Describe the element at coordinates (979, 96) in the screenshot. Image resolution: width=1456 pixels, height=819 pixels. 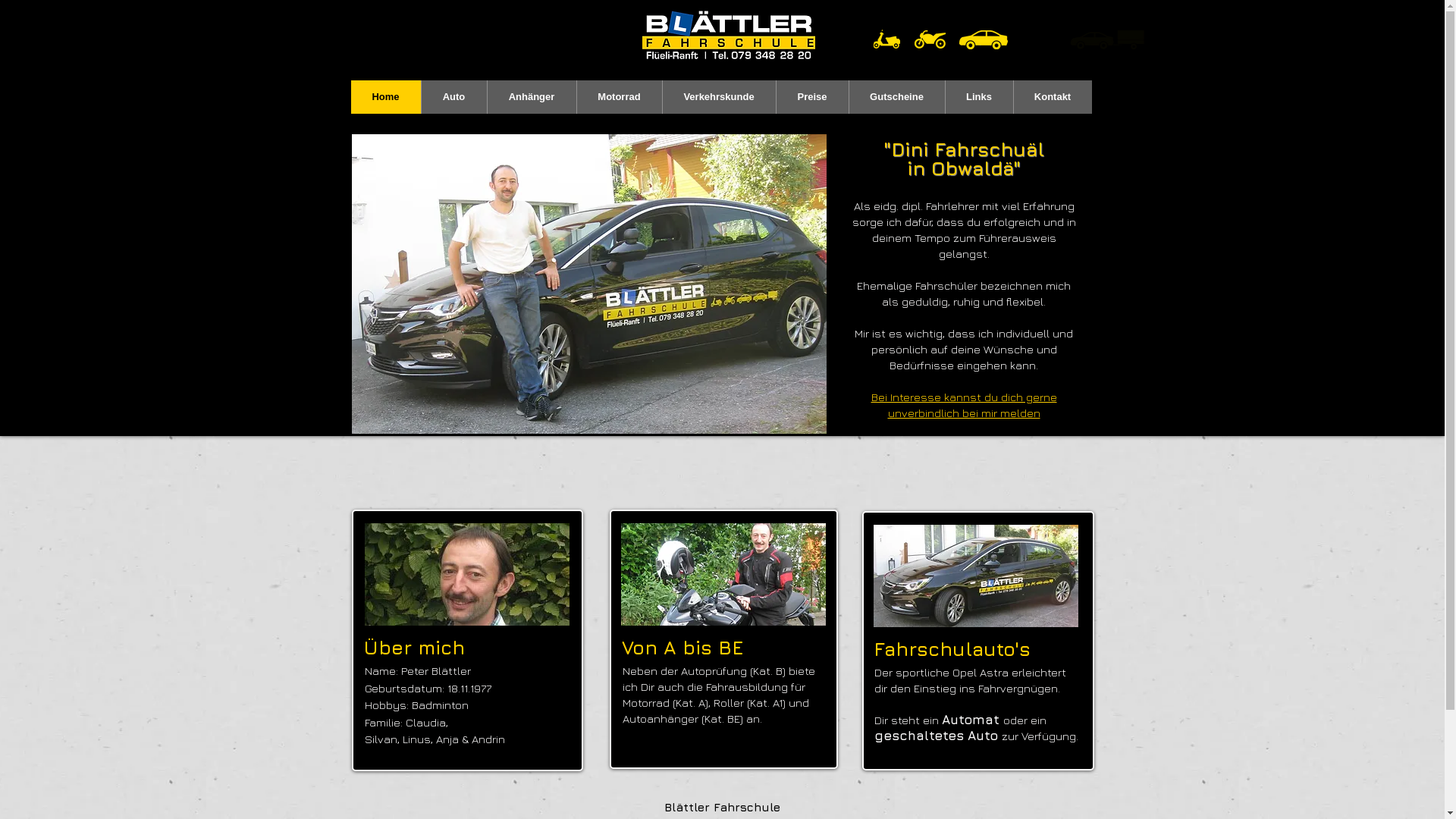
I see `'Links'` at that location.